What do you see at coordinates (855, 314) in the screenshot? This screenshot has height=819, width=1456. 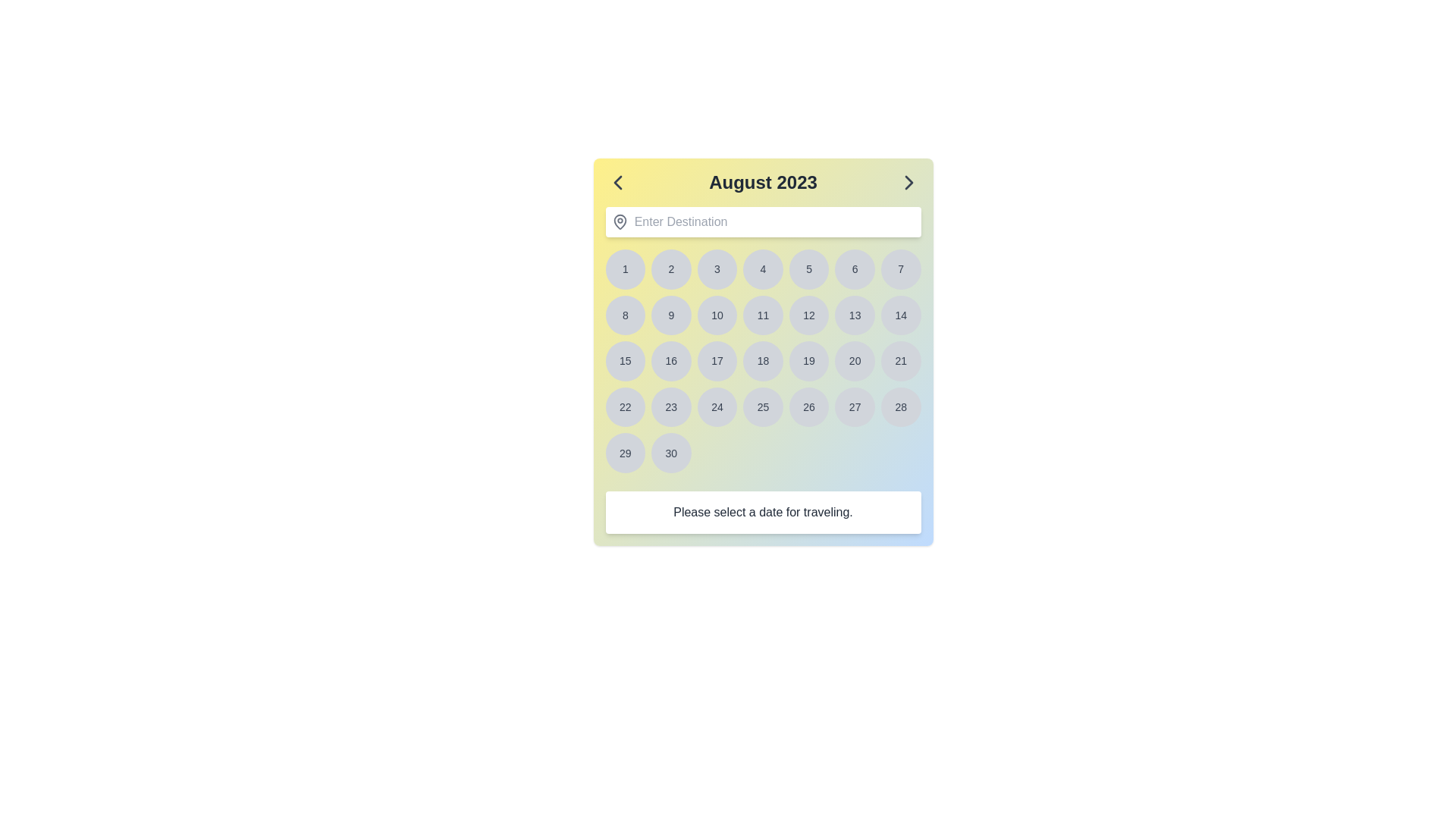 I see `the circular button with a light gray background and the number '13' in black text` at bounding box center [855, 314].